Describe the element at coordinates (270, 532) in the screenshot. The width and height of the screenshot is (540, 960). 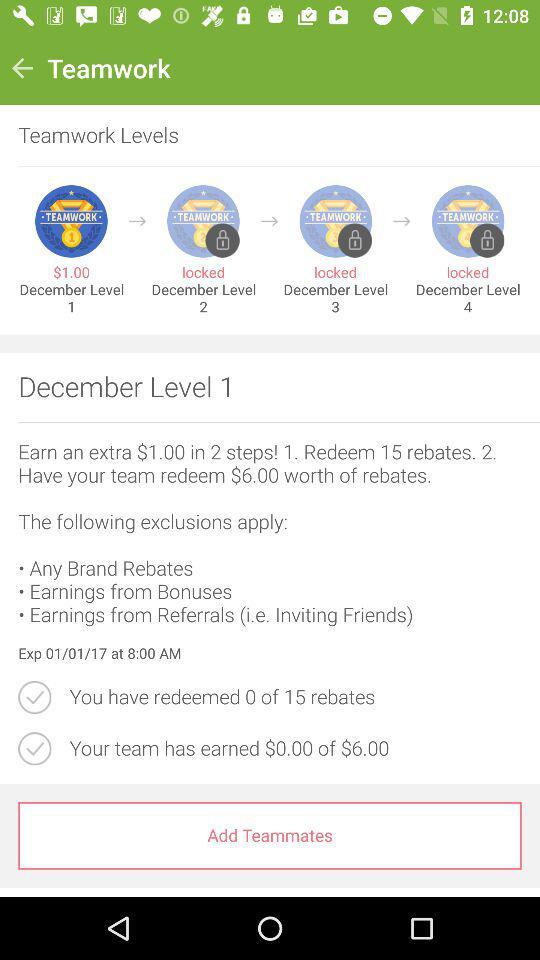
I see `the earn an extra icon` at that location.